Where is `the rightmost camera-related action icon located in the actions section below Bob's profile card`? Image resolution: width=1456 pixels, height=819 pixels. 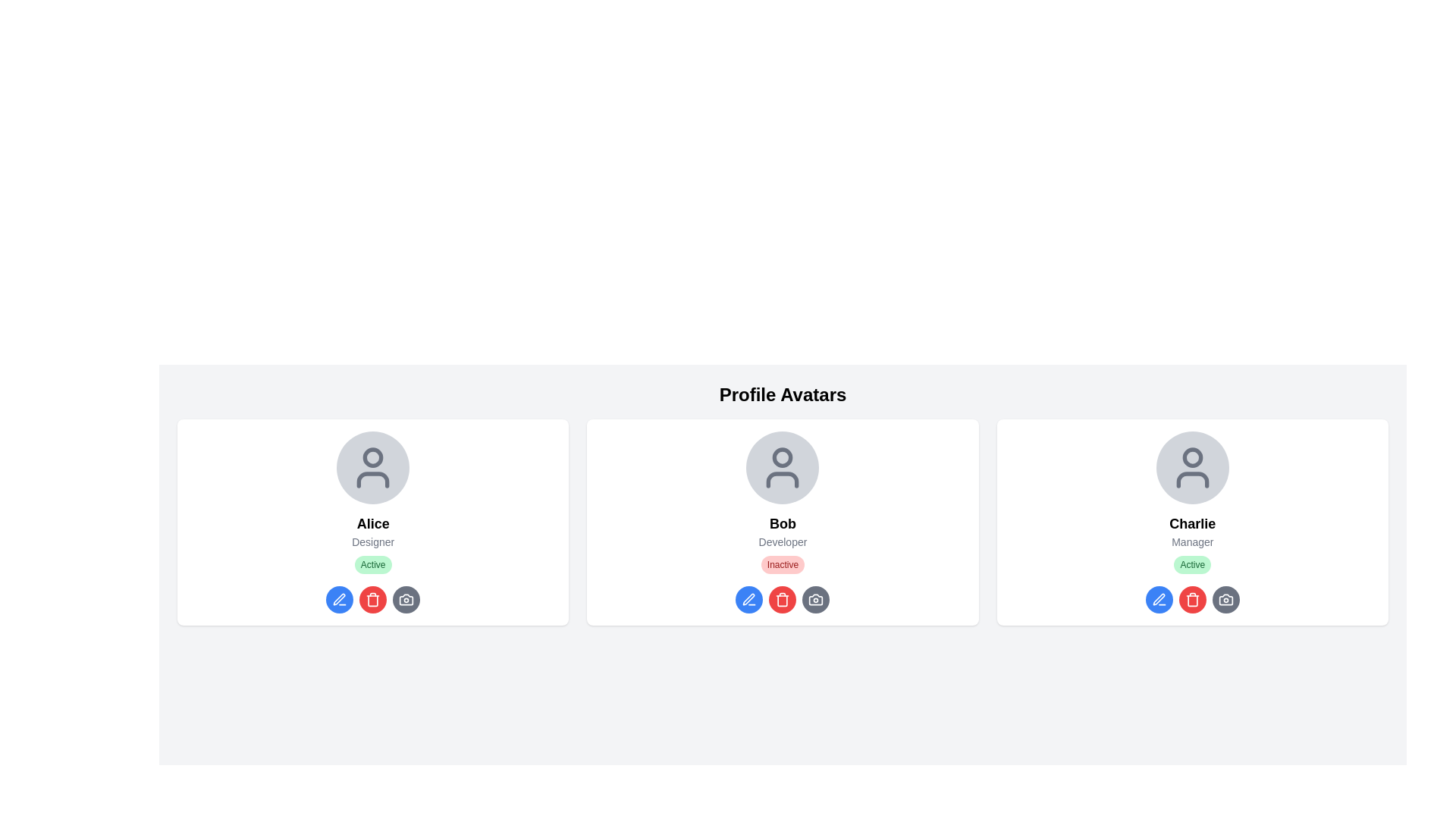 the rightmost camera-related action icon located in the actions section below Bob's profile card is located at coordinates (814, 598).